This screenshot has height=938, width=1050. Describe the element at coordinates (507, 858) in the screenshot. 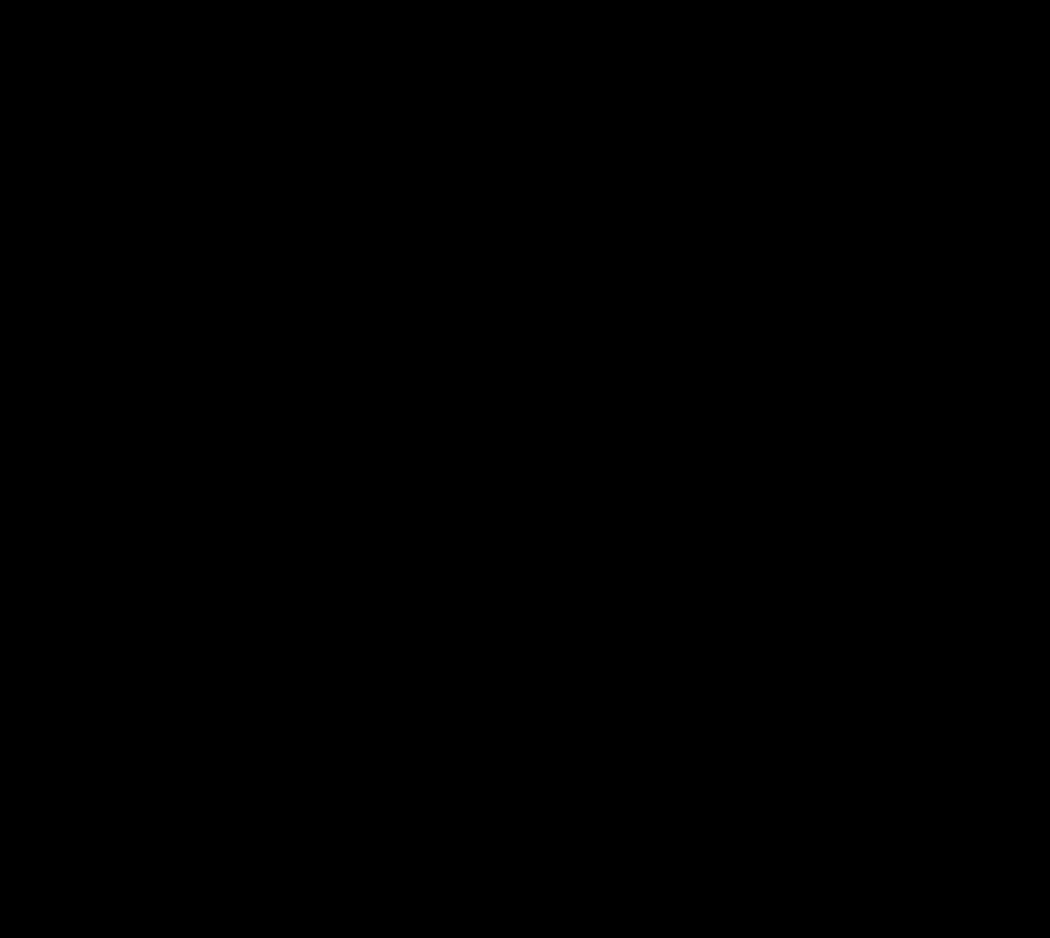

I see `'What are three tangible things you feel have shifted in you or the way that you approach your life and work, as a result of this course?'` at that location.